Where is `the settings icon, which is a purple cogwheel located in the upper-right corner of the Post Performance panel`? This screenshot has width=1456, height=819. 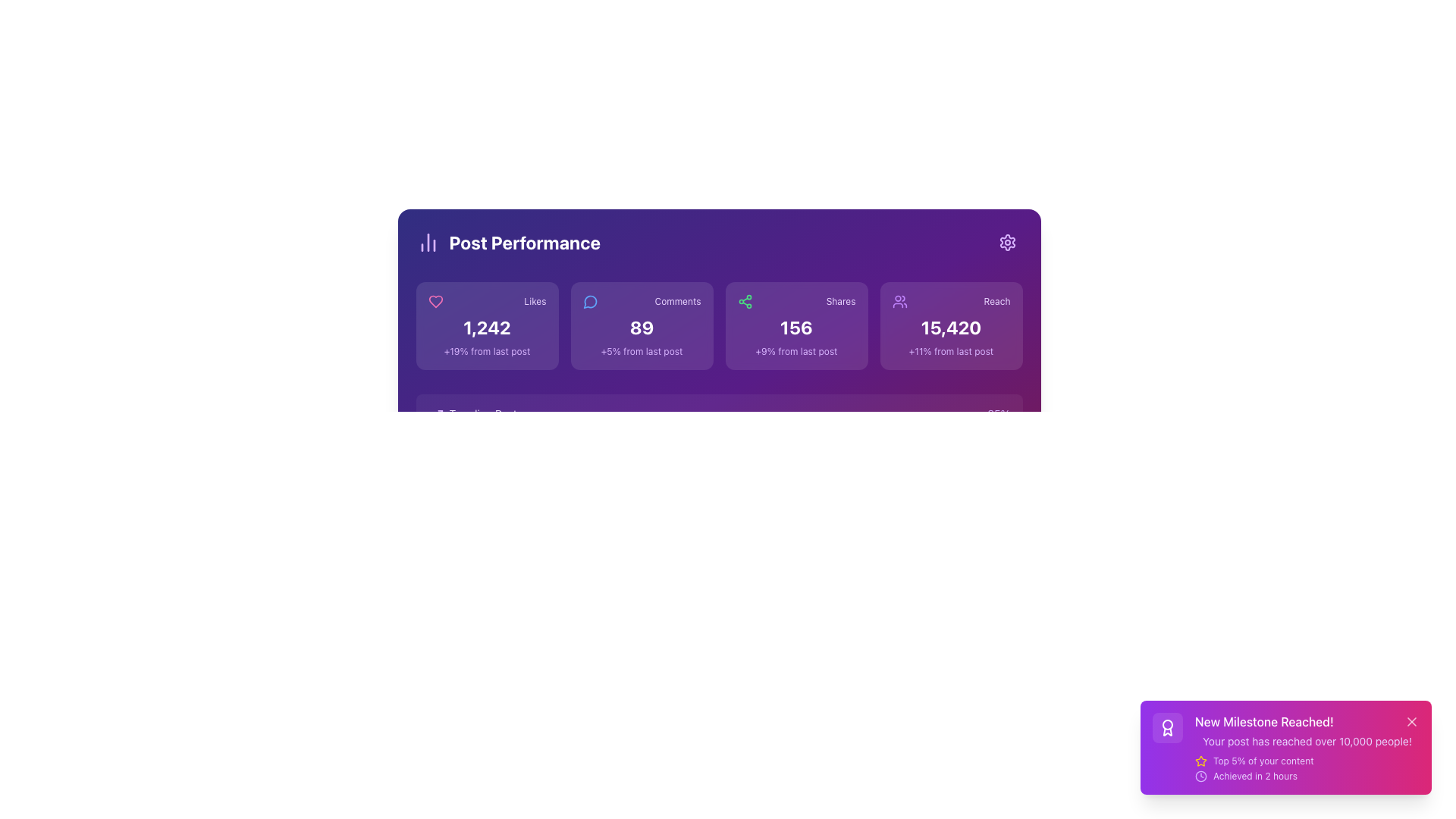
the settings icon, which is a purple cogwheel located in the upper-right corner of the Post Performance panel is located at coordinates (1007, 242).